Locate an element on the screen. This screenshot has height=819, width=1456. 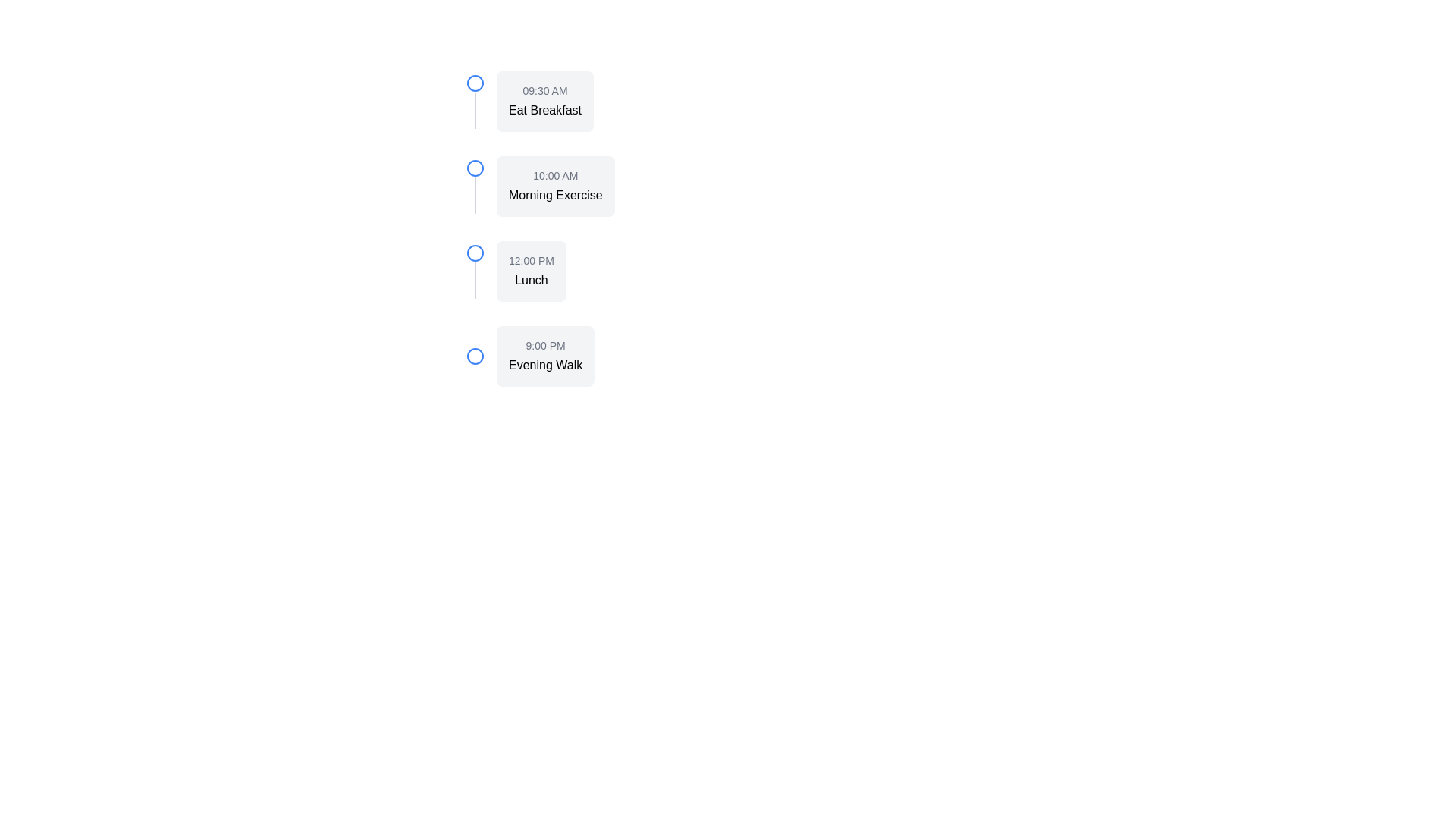
the decorative progress indicator element associated with the '12:00 PM Lunch' entry in the timeline, which features a blue circle at the top and a thin gray vertical line extending downward is located at coordinates (475, 271).